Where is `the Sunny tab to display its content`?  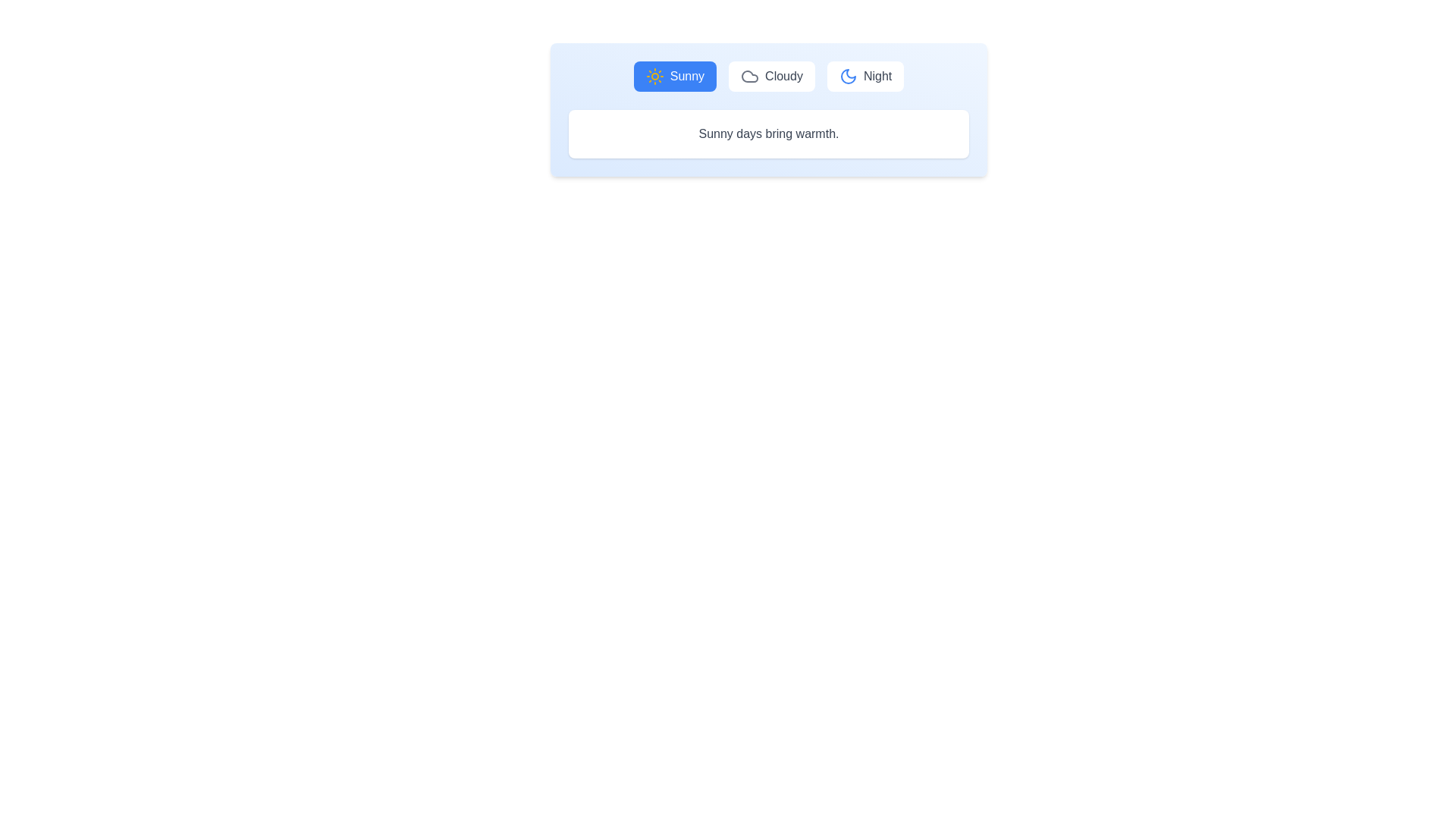
the Sunny tab to display its content is located at coordinates (674, 76).